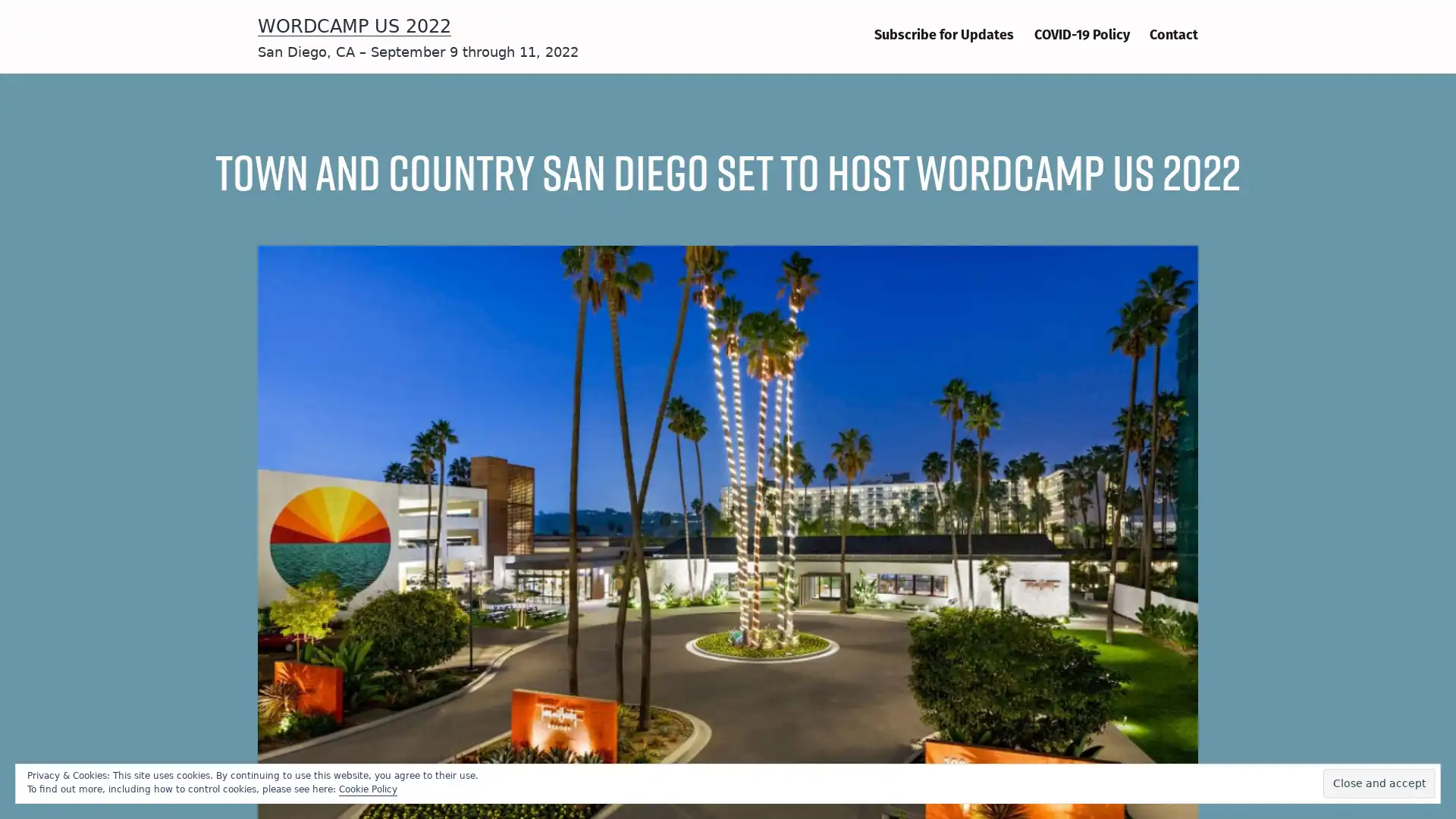 This screenshot has width=1456, height=819. Describe the element at coordinates (1379, 783) in the screenshot. I see `Close and accept` at that location.